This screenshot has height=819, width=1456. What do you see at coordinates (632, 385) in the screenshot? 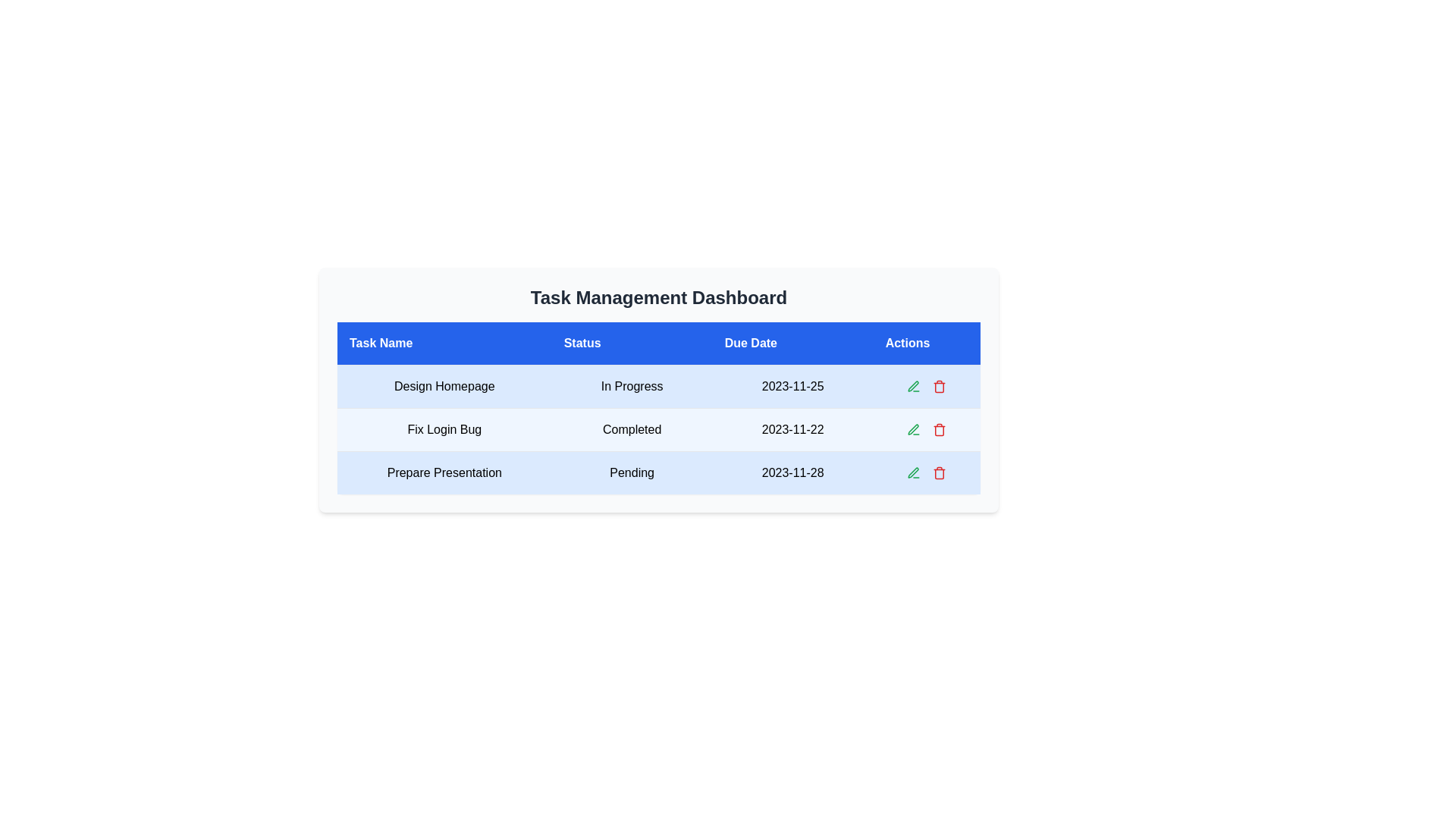
I see `the 'In Progress' text label in the second column of the first row under the 'Status' header in the table` at bounding box center [632, 385].